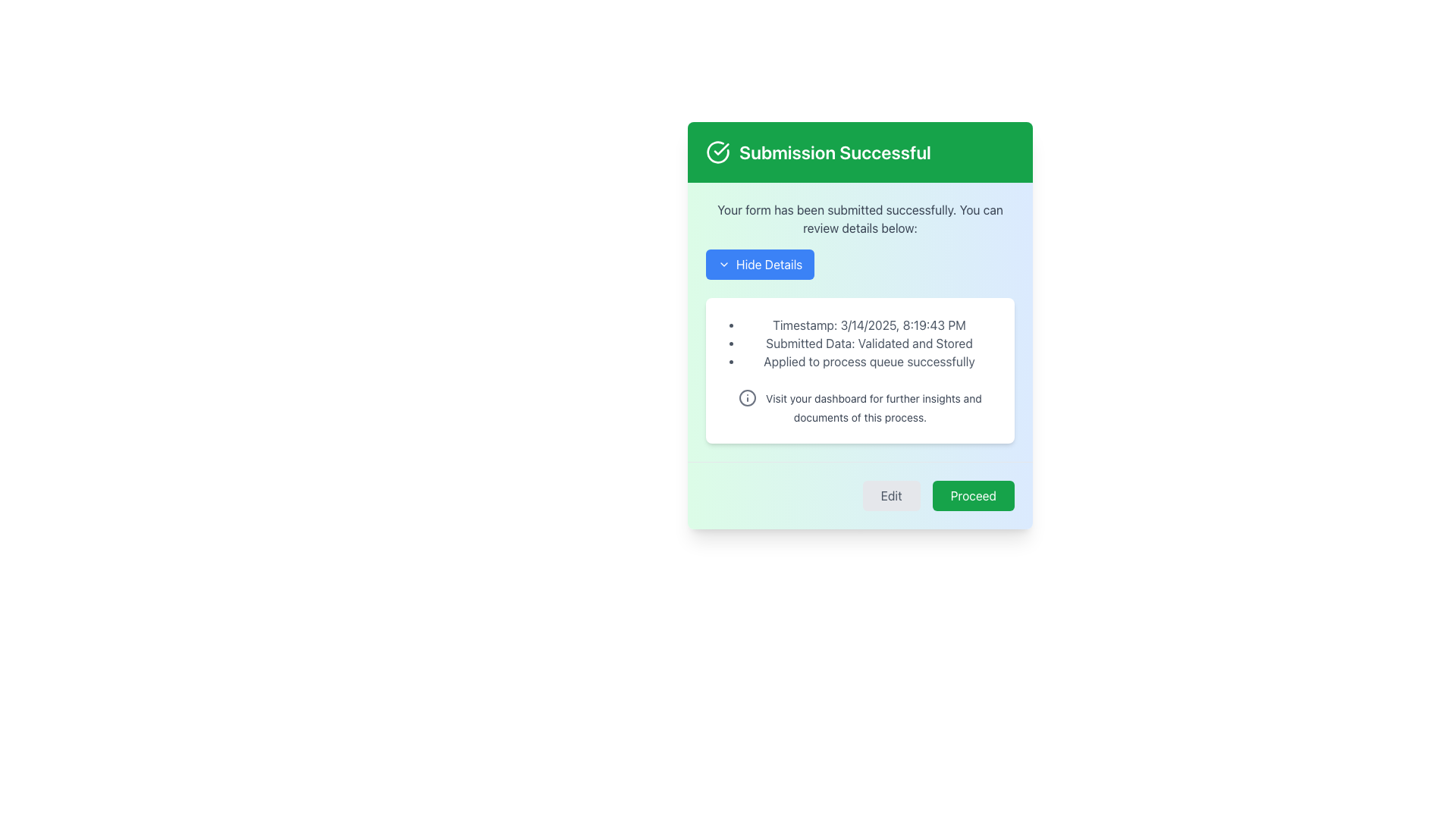 This screenshot has width=1456, height=819. I want to click on the 'Edit' button, which is a rectangular button with rounded corners and a light gray background, located in the lower section of a modal dialog box, to initiate editing, so click(891, 496).